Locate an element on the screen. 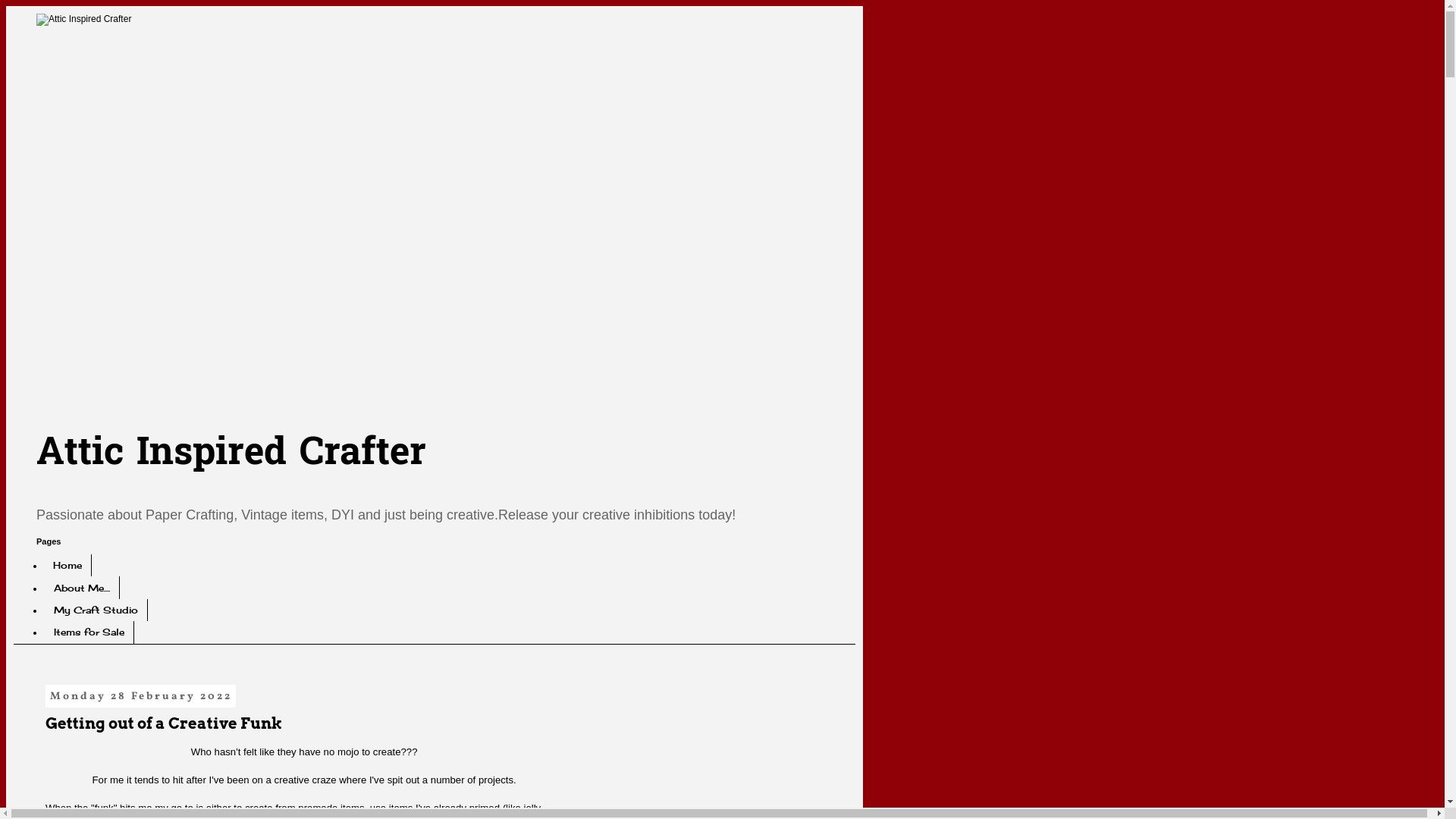 Image resolution: width=1456 pixels, height=819 pixels. 'Attic Inspired Crafter' is located at coordinates (36, 453).